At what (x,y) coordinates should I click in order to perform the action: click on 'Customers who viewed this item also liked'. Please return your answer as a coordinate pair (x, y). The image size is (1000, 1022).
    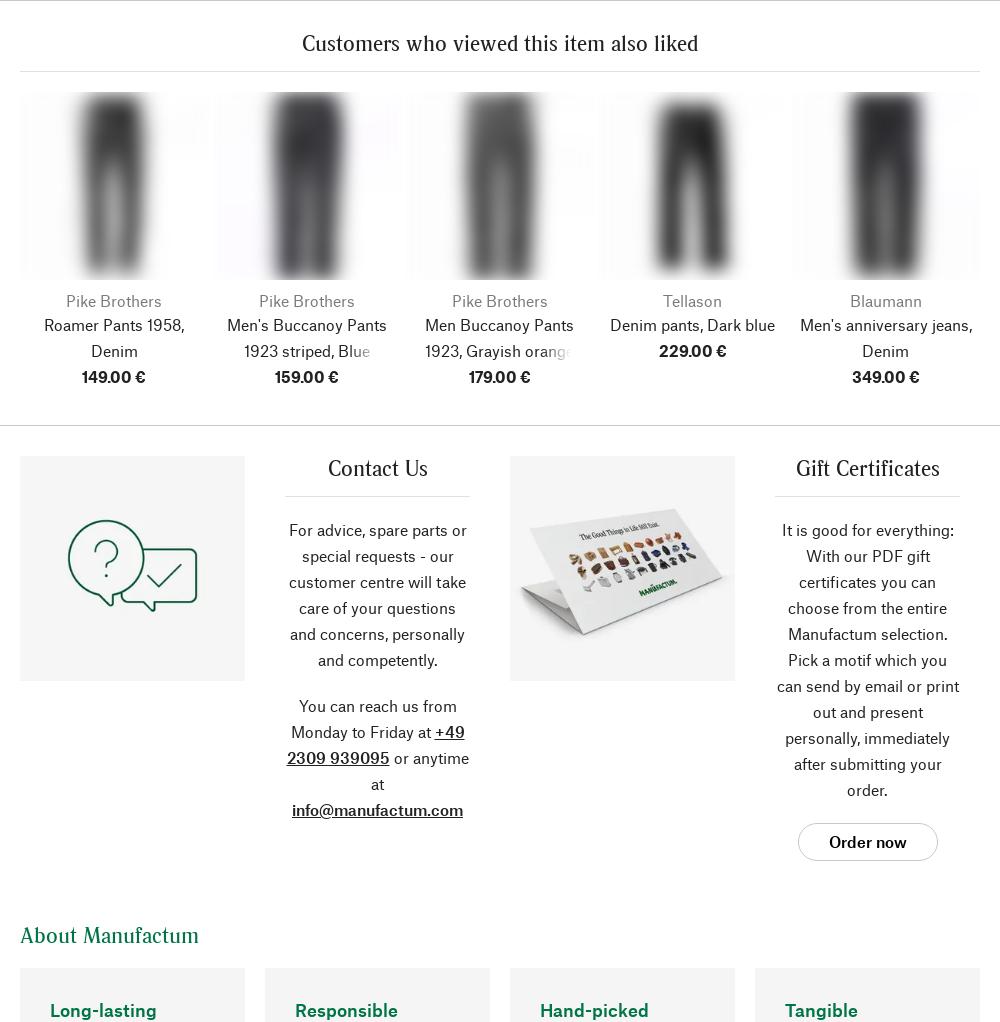
    Looking at the image, I should click on (500, 42).